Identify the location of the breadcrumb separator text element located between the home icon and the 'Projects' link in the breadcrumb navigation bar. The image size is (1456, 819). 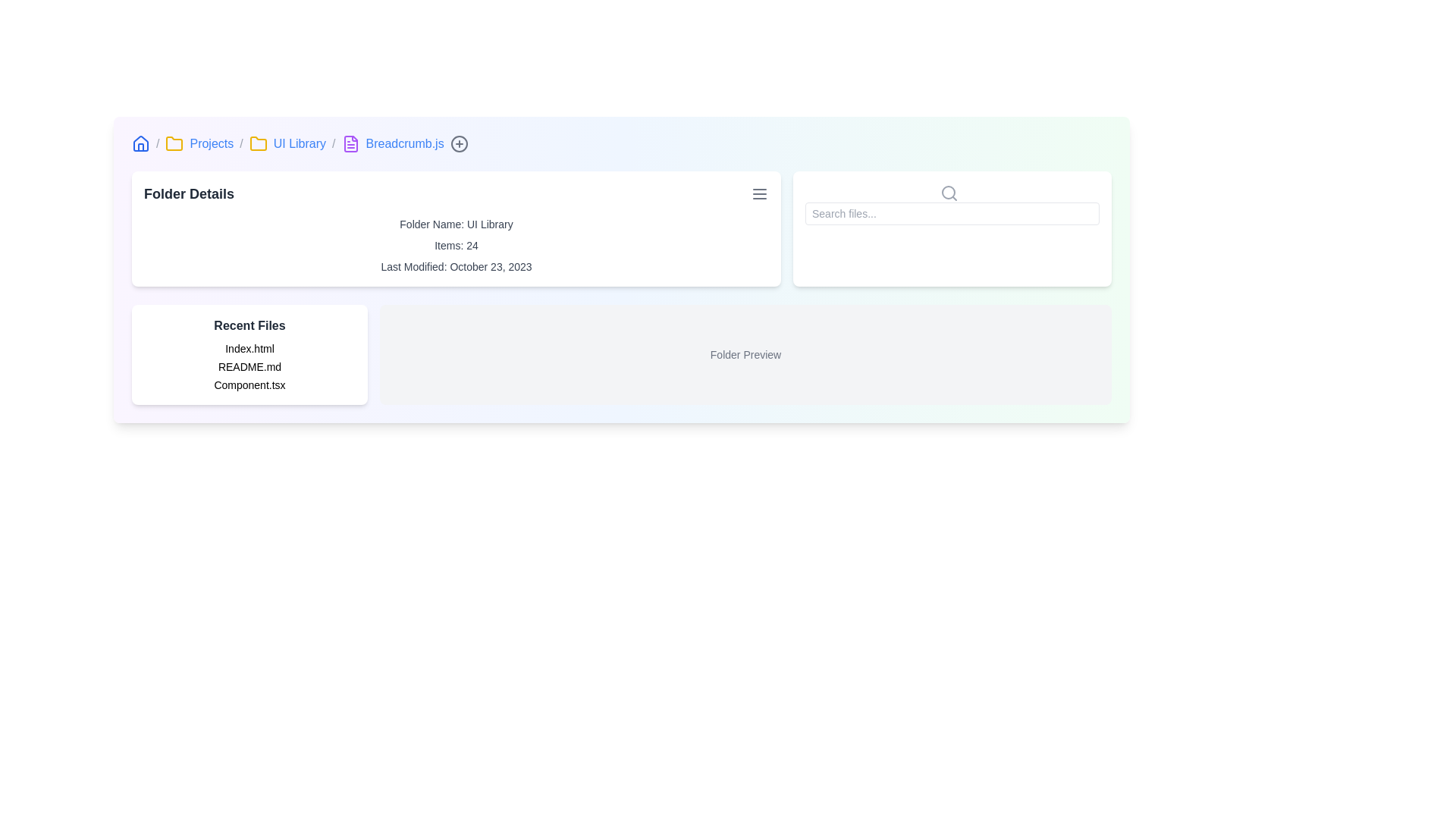
(158, 143).